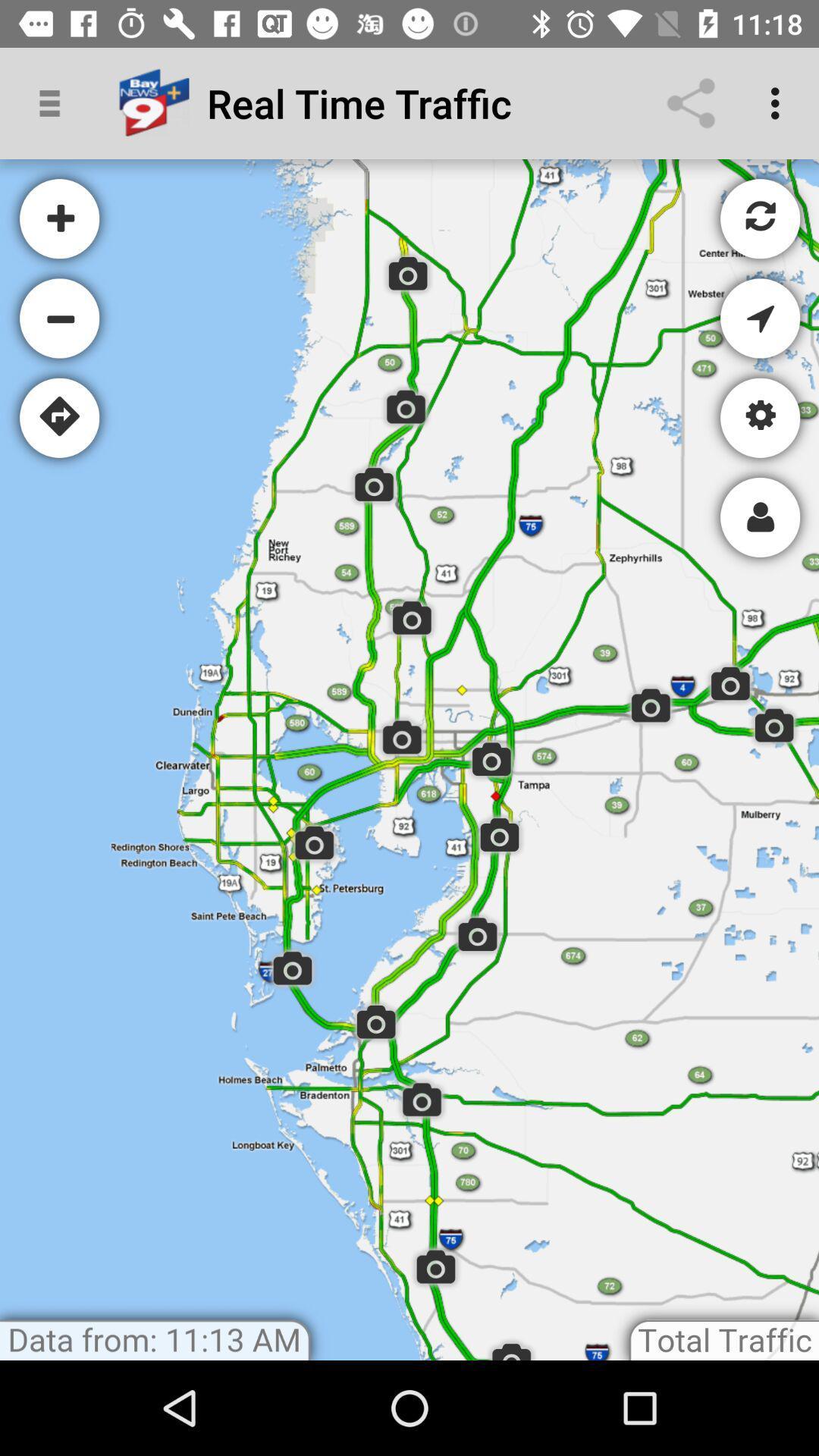  Describe the element at coordinates (409, 760) in the screenshot. I see `map` at that location.